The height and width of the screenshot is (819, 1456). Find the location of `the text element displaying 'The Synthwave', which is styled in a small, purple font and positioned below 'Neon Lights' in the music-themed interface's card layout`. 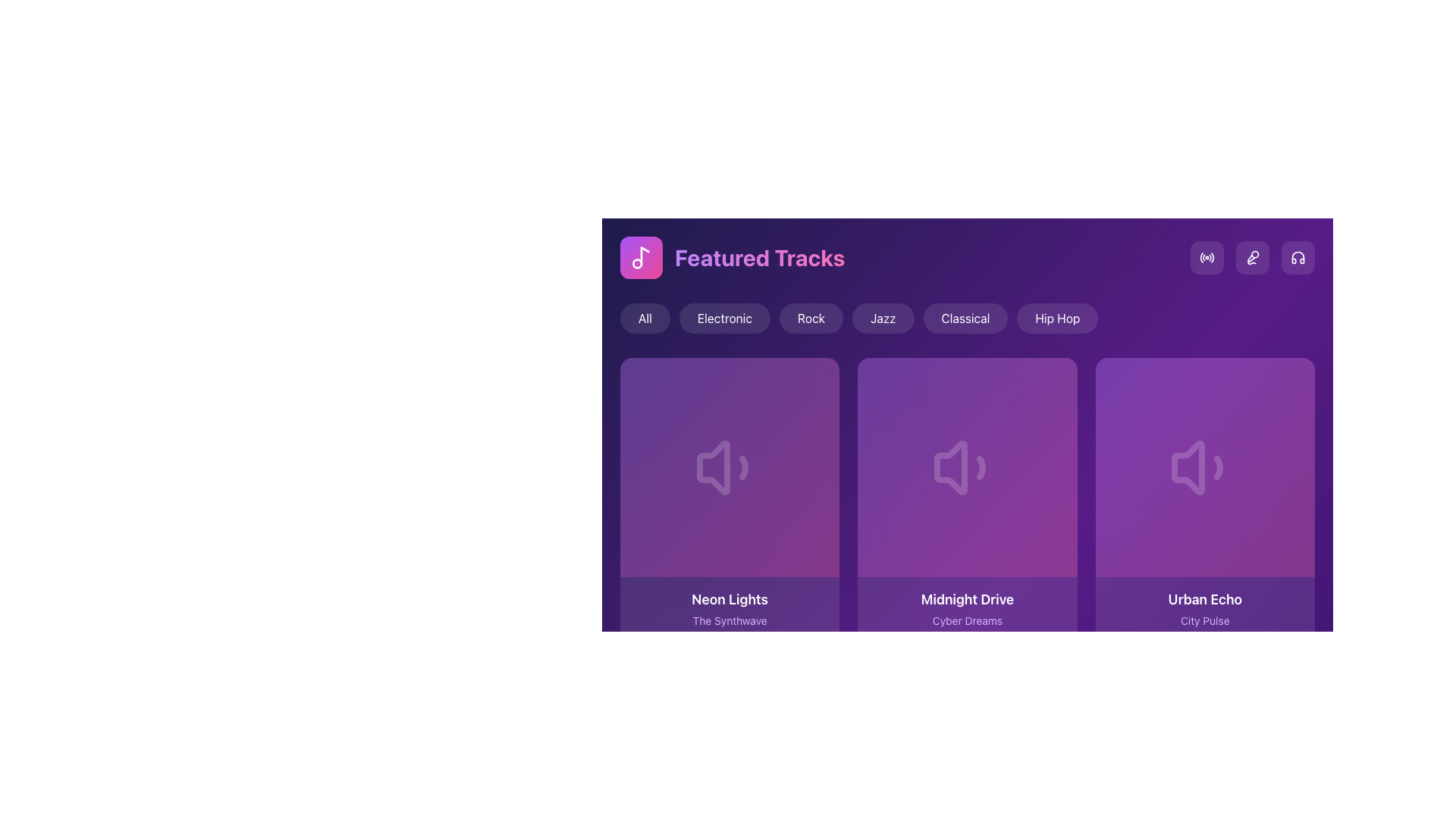

the text element displaying 'The Synthwave', which is styled in a small, purple font and positioned below 'Neon Lights' in the music-themed interface's card layout is located at coordinates (730, 621).